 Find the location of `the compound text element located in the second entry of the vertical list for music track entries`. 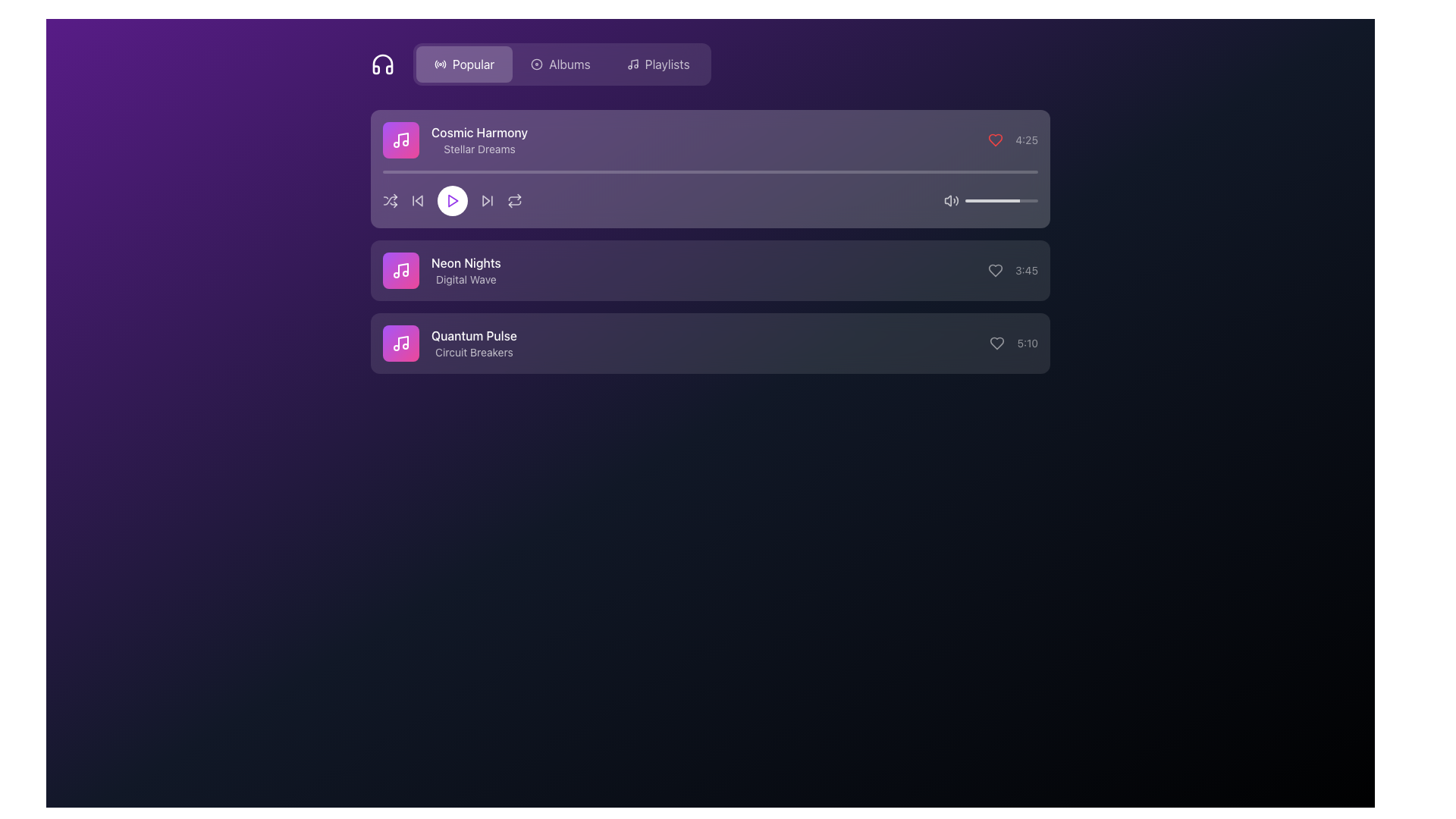

the compound text element located in the second entry of the vertical list for music track entries is located at coordinates (441, 270).